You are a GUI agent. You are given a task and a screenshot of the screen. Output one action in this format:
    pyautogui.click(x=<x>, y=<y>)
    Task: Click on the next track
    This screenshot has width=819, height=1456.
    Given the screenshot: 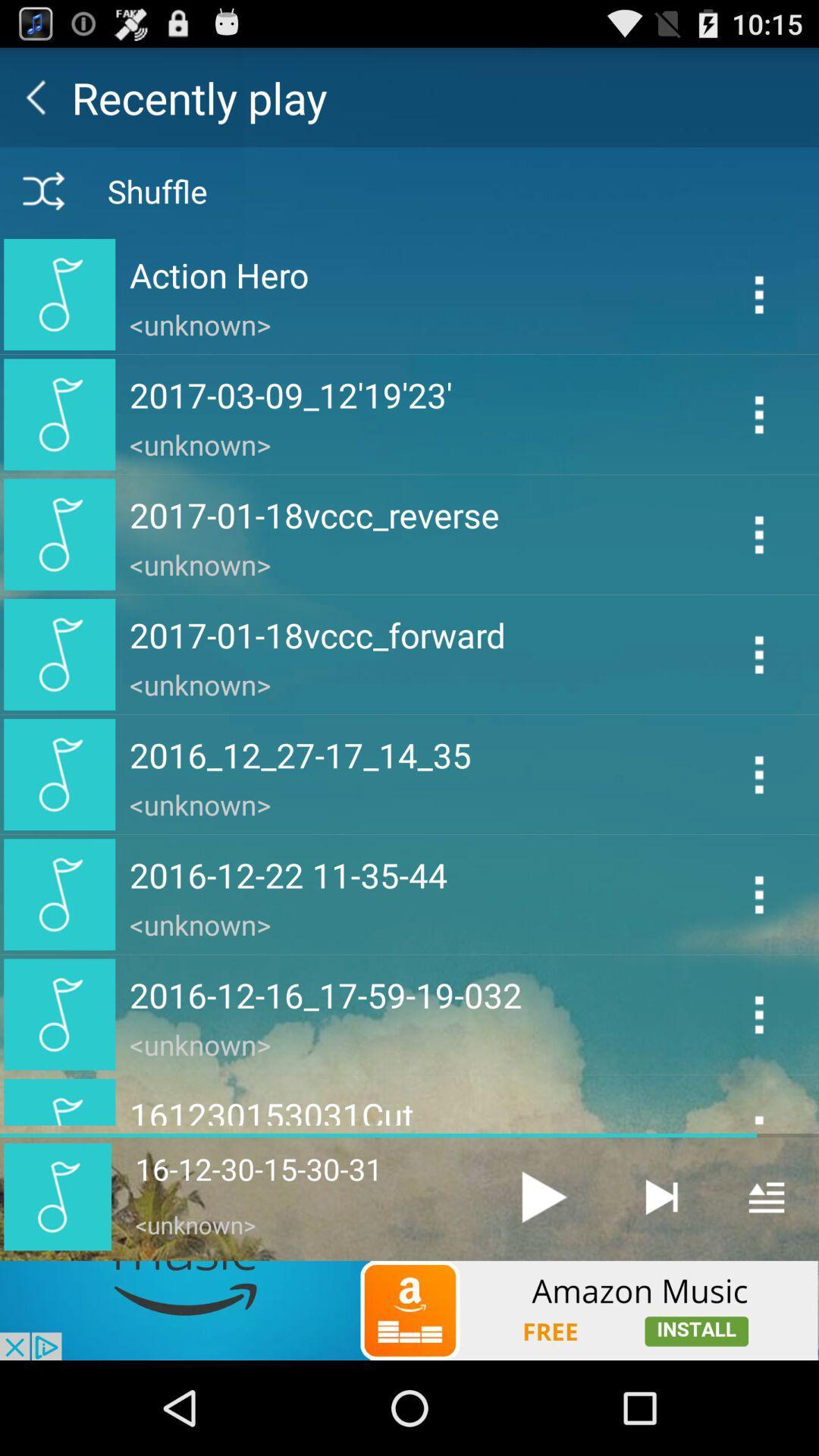 What is the action you would take?
    pyautogui.click(x=660, y=1196)
    